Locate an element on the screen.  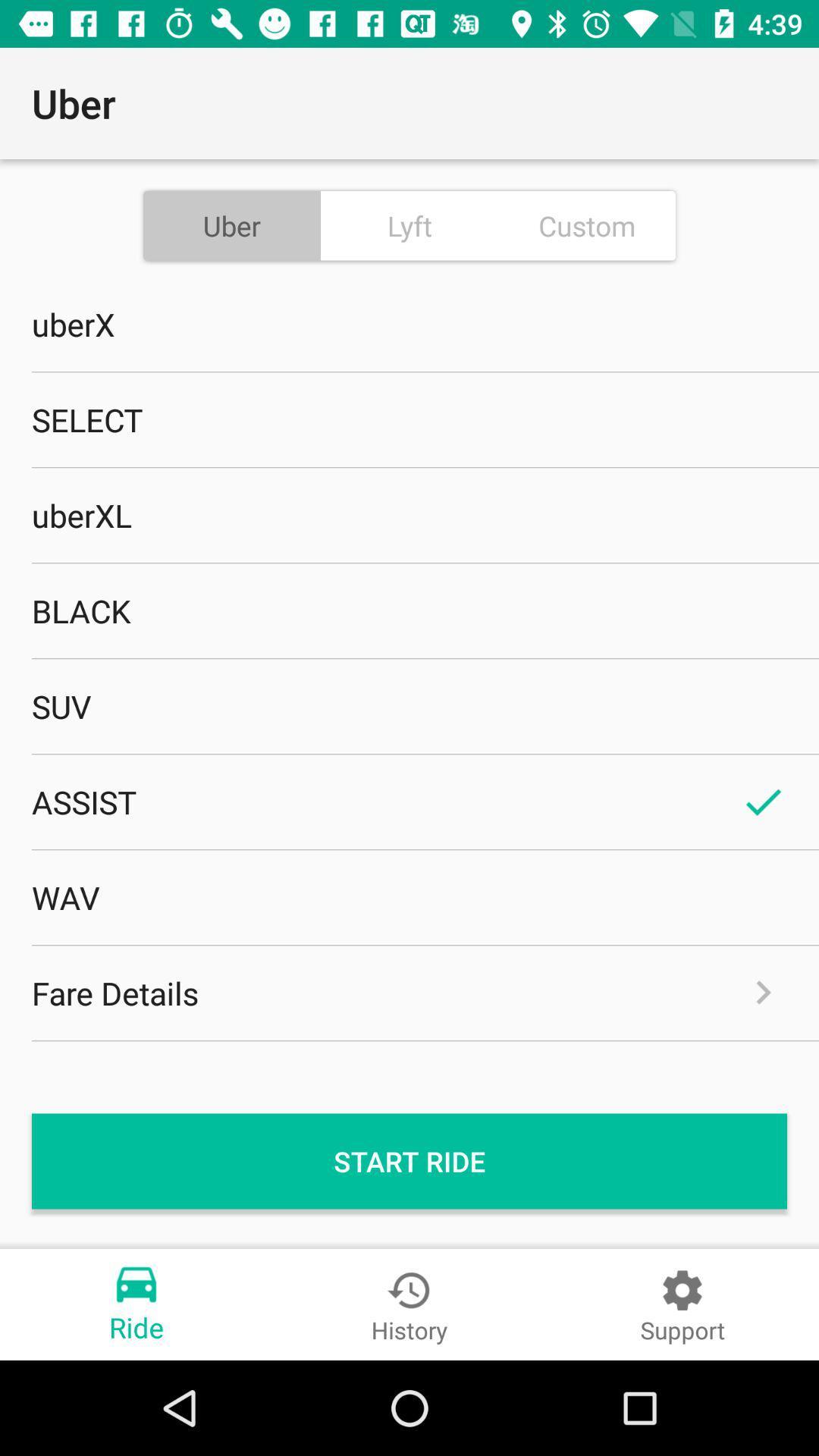
the black is located at coordinates (409, 610).